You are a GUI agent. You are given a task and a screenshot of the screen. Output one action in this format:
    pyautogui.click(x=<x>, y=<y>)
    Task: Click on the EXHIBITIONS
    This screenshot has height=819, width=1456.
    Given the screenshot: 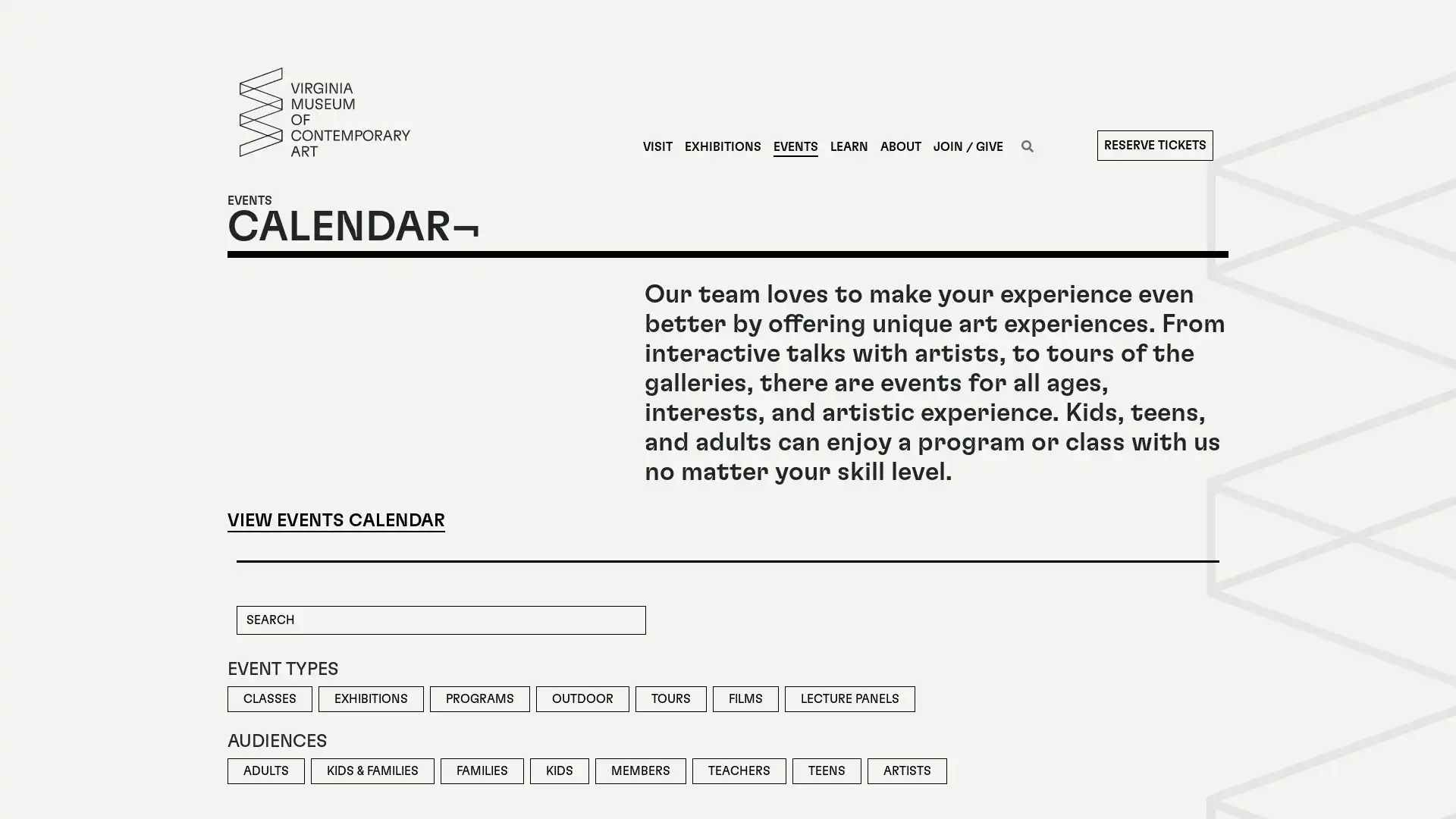 What is the action you would take?
    pyautogui.click(x=721, y=146)
    